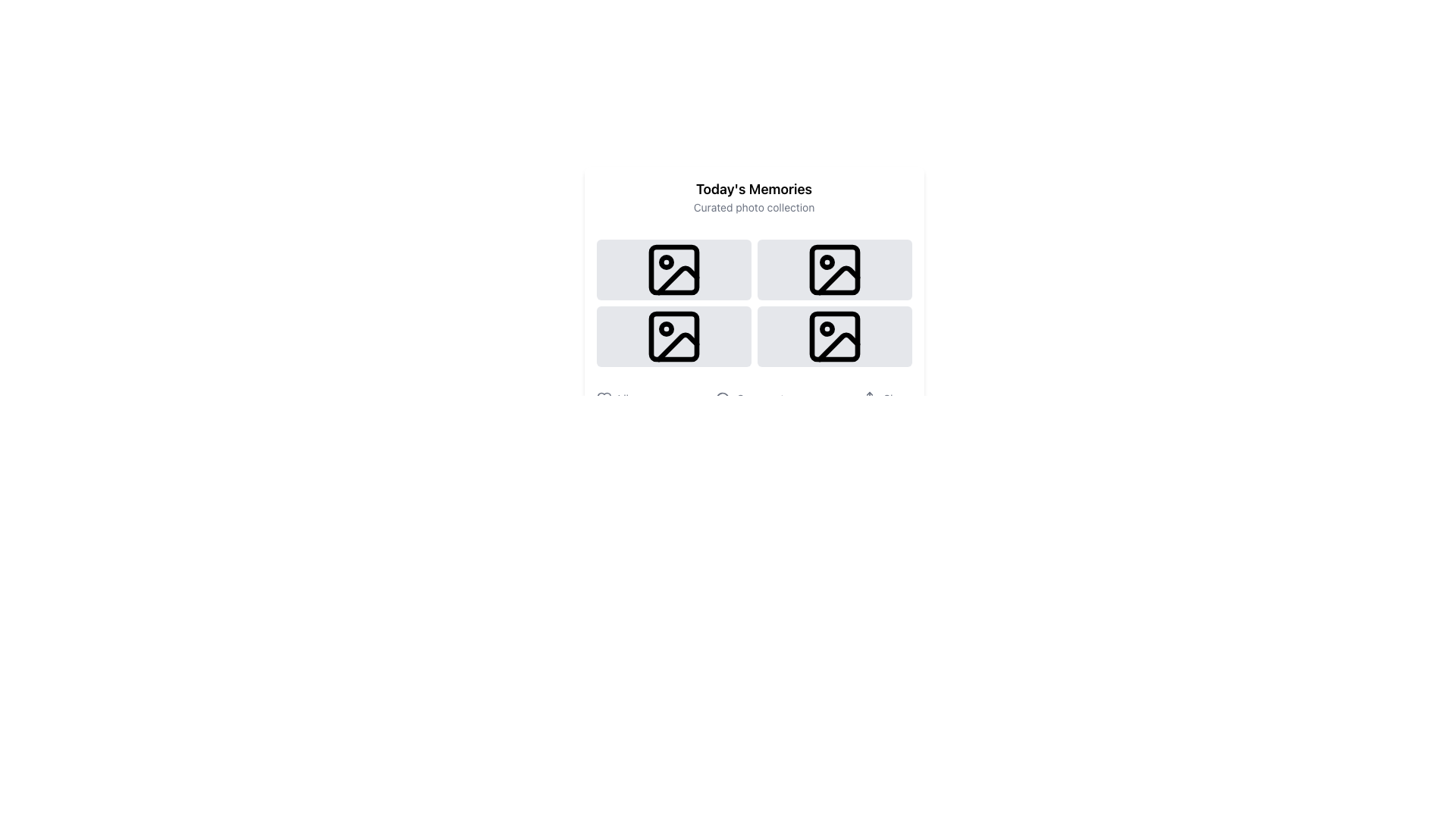 The height and width of the screenshot is (819, 1456). I want to click on the non-interactive card placeholder located in the bottom-right corner of the 2x2 grid under 'Today's Memories', so click(833, 335).